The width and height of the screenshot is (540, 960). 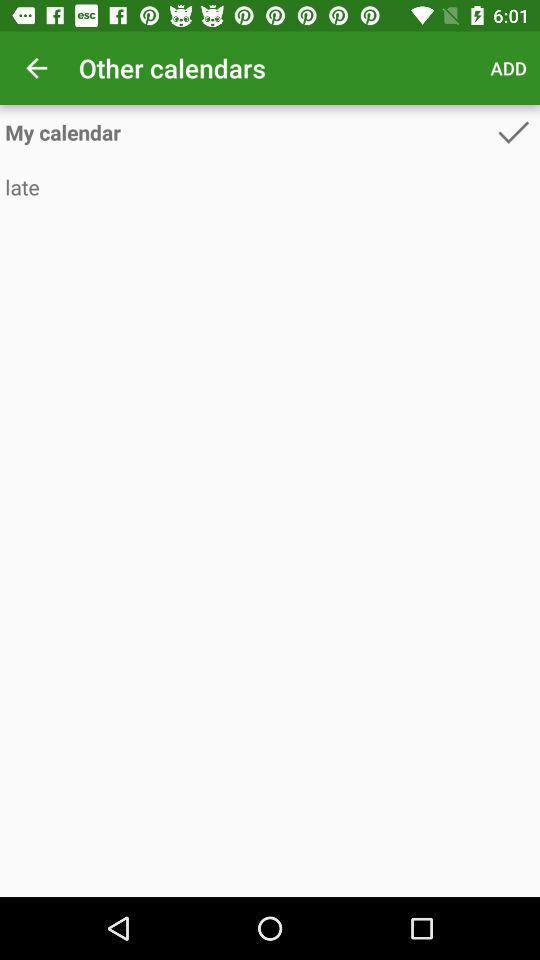 What do you see at coordinates (270, 187) in the screenshot?
I see `late` at bounding box center [270, 187].